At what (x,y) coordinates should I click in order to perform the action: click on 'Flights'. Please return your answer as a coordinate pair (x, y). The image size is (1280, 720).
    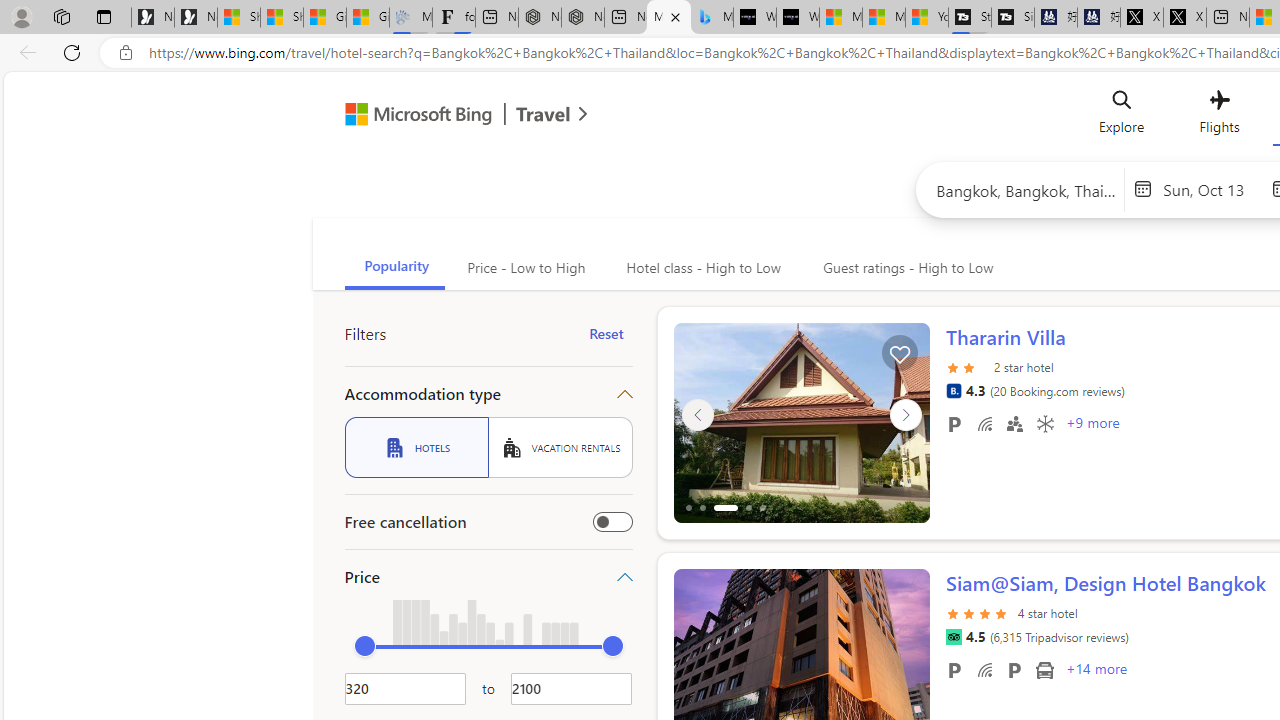
    Looking at the image, I should click on (1218, 117).